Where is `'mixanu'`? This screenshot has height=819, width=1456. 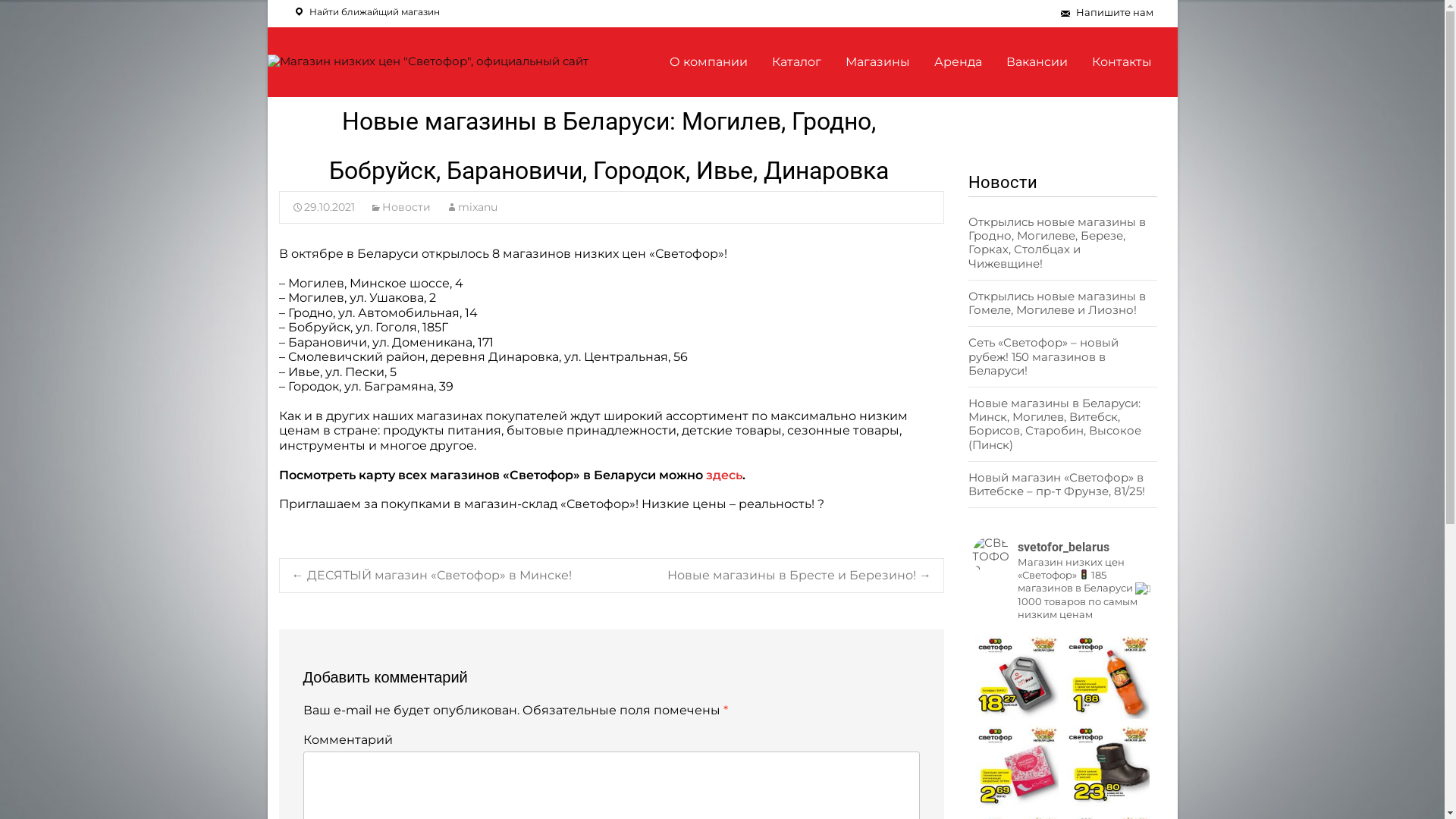
'mixanu' is located at coordinates (471, 207).